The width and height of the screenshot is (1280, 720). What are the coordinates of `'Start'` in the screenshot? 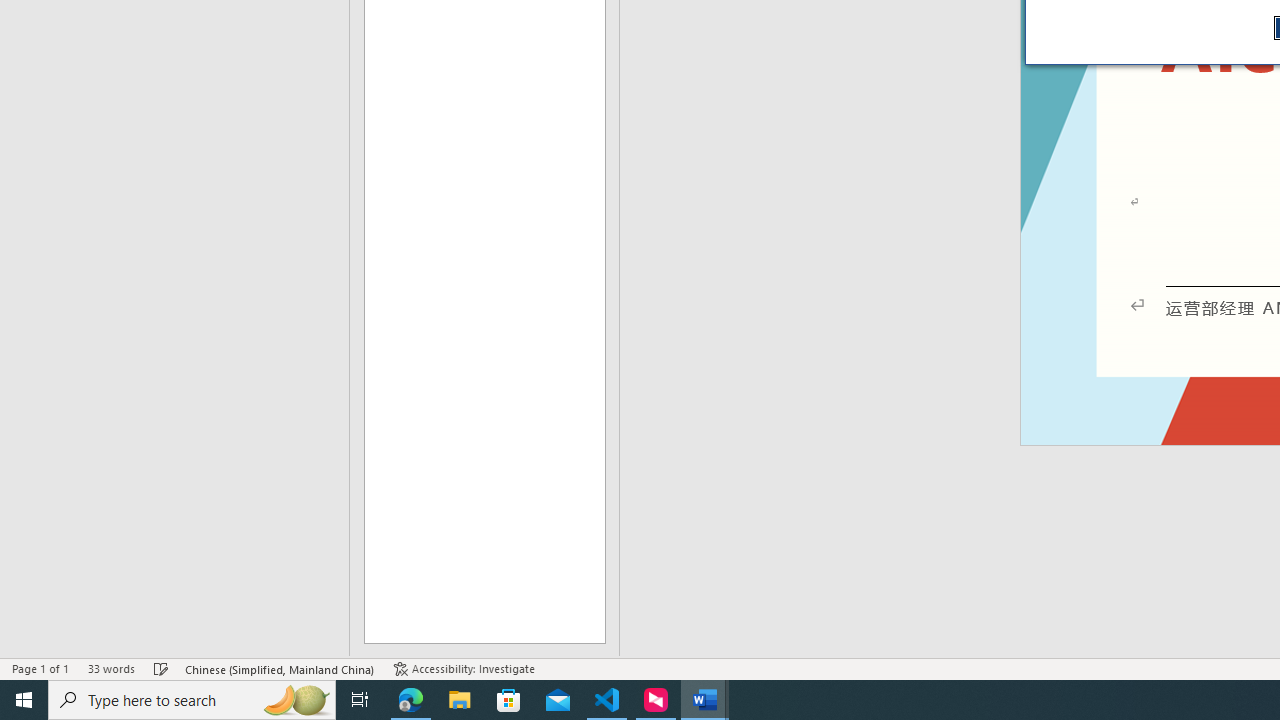 It's located at (24, 698).